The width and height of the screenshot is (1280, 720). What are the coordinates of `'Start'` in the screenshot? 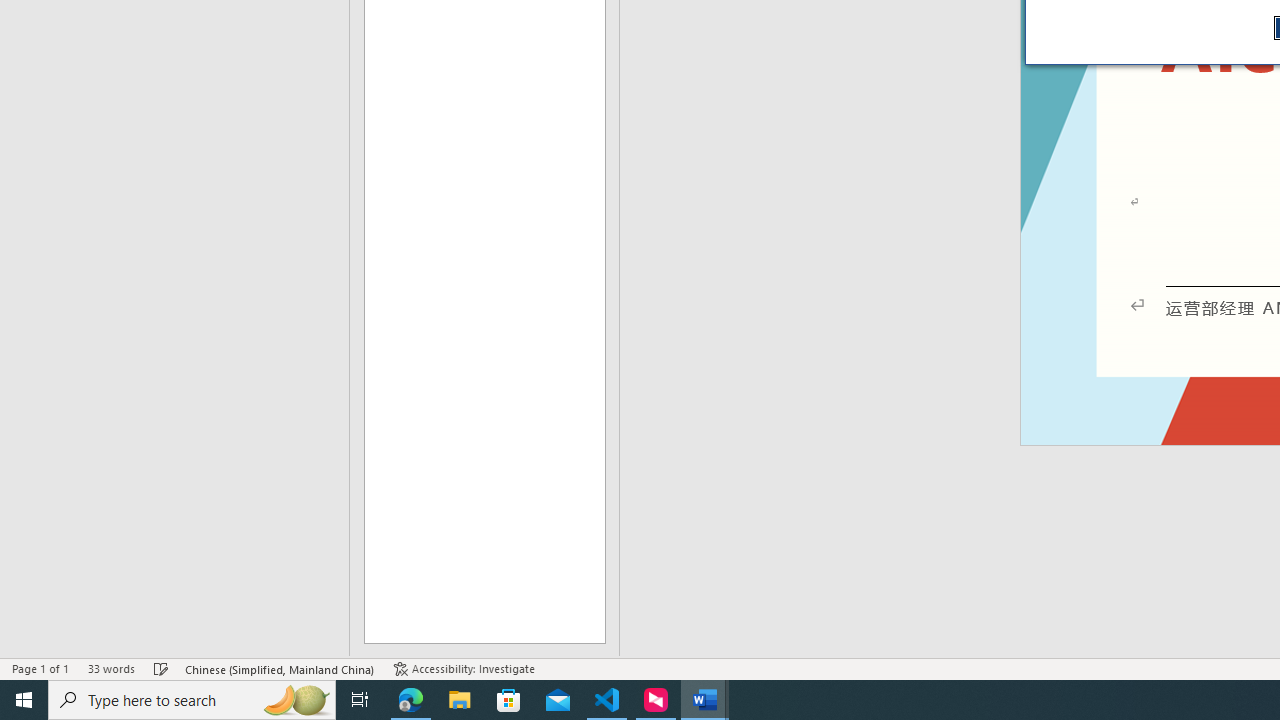 It's located at (24, 698).